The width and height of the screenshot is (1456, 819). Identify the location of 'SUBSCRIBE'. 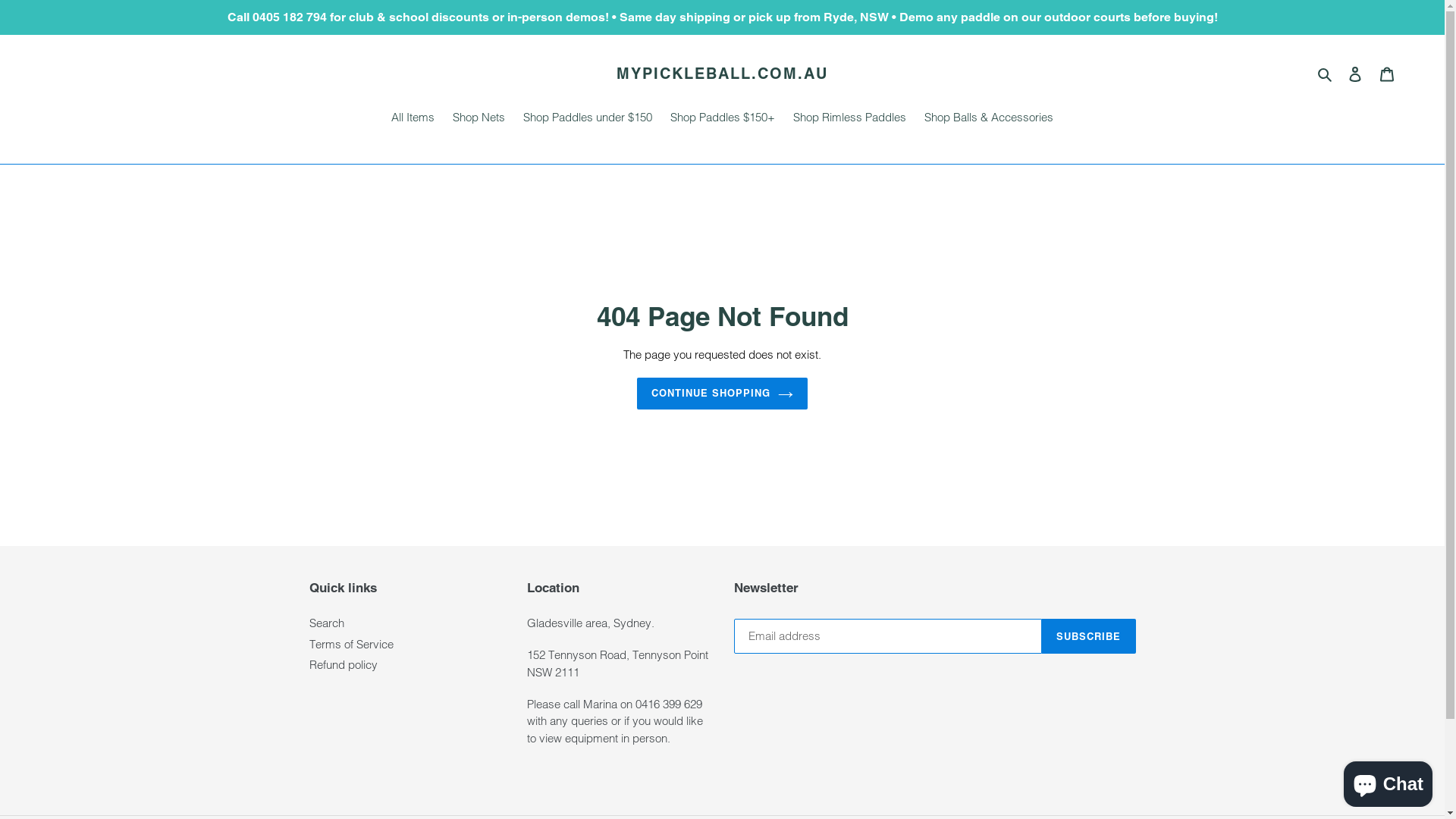
(1087, 636).